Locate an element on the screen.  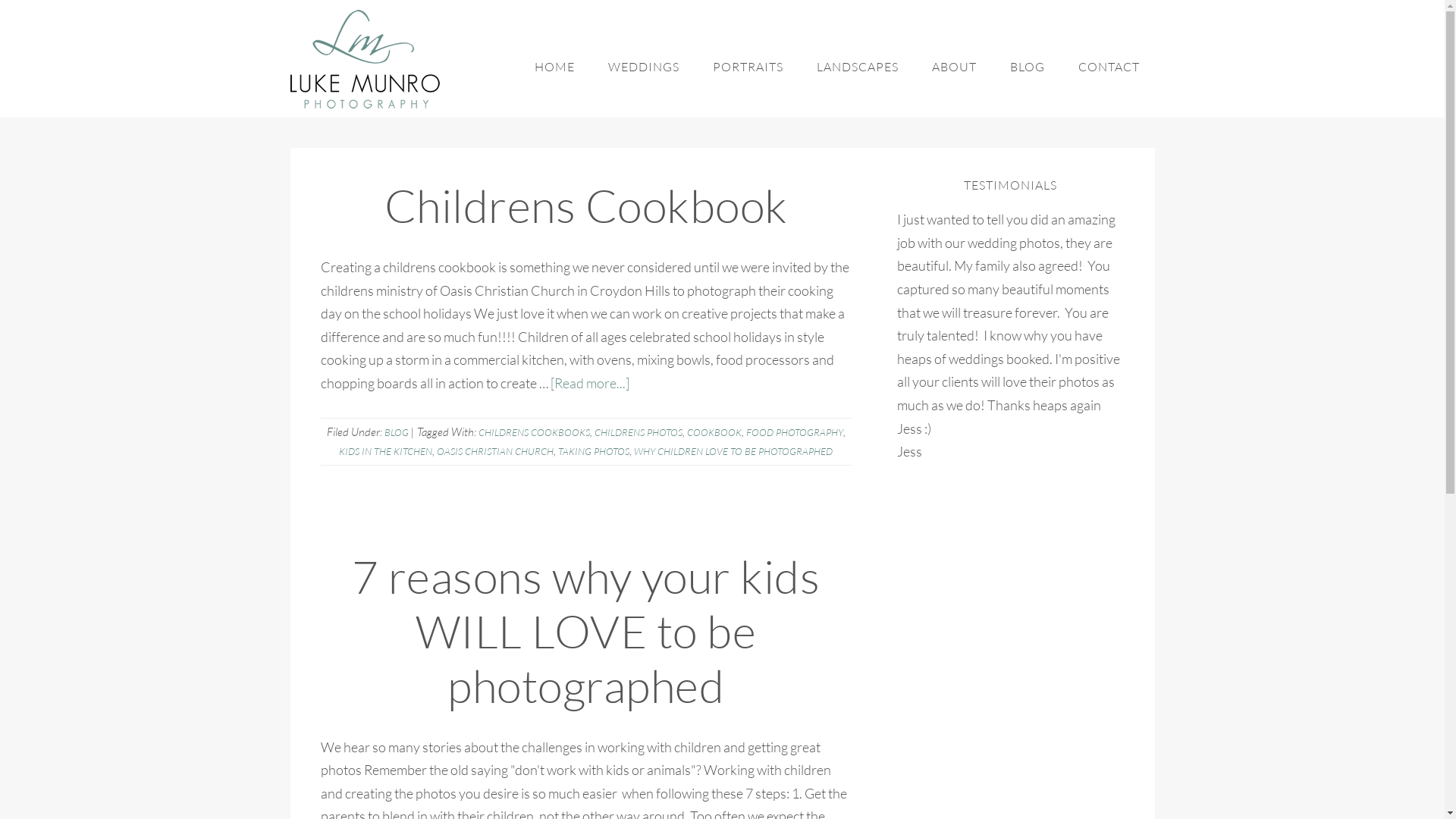
'7 reasons why your kids WILL LOVE to be photographed' is located at coordinates (585, 630).